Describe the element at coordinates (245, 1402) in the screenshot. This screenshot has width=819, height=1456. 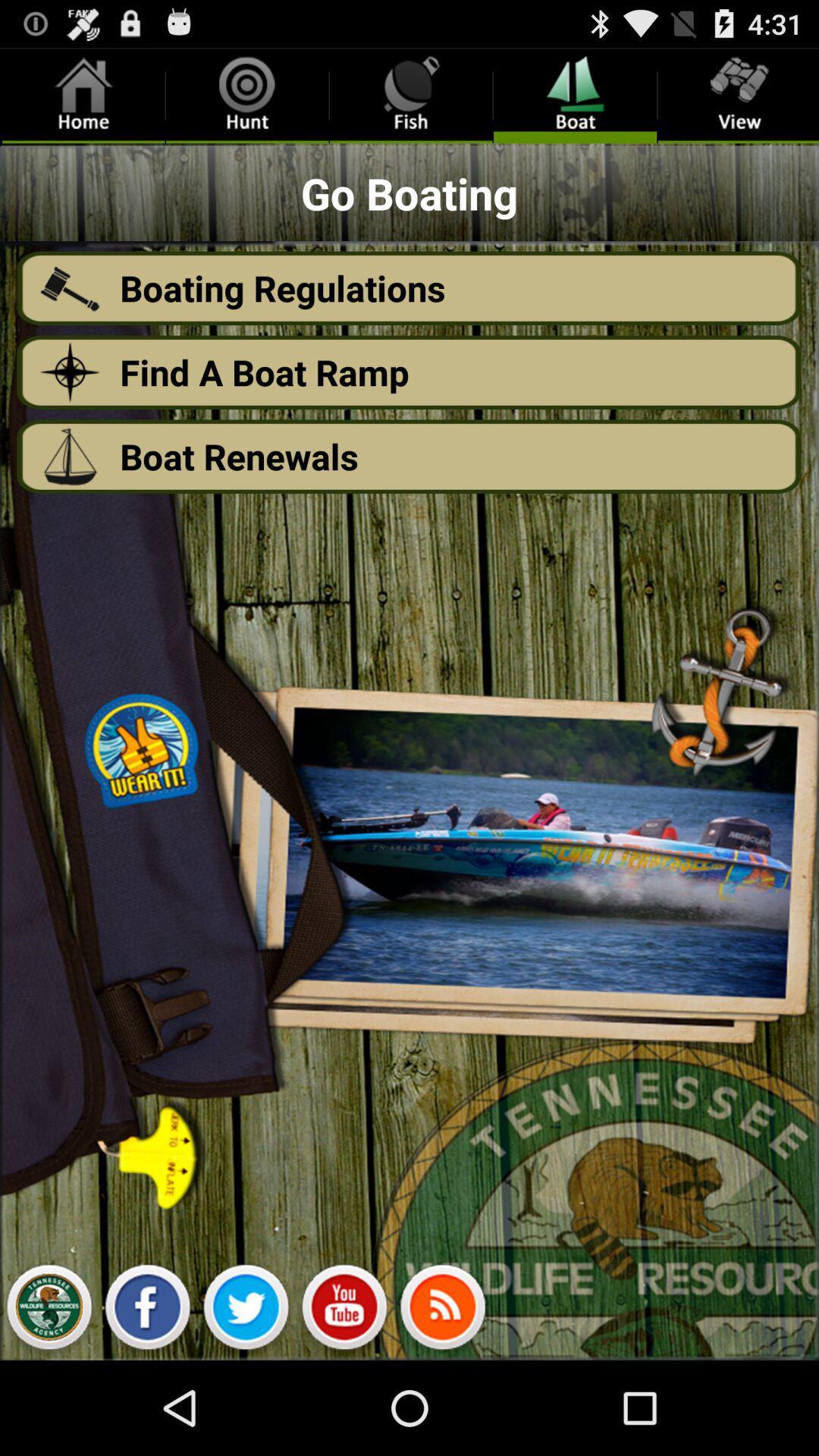
I see `the twitter icon` at that location.